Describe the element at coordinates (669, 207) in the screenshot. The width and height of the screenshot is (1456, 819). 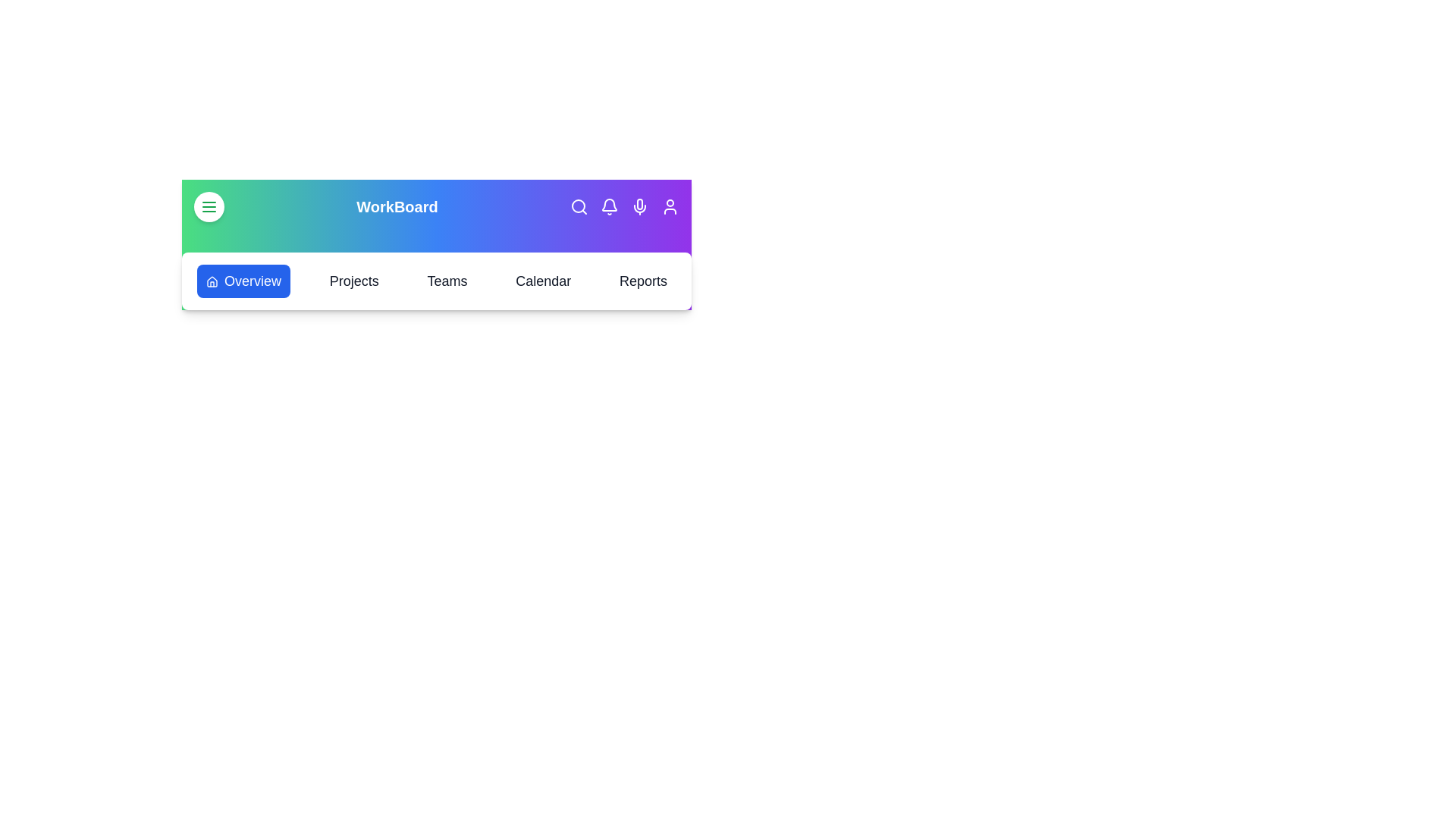
I see `the User Profile icon` at that location.